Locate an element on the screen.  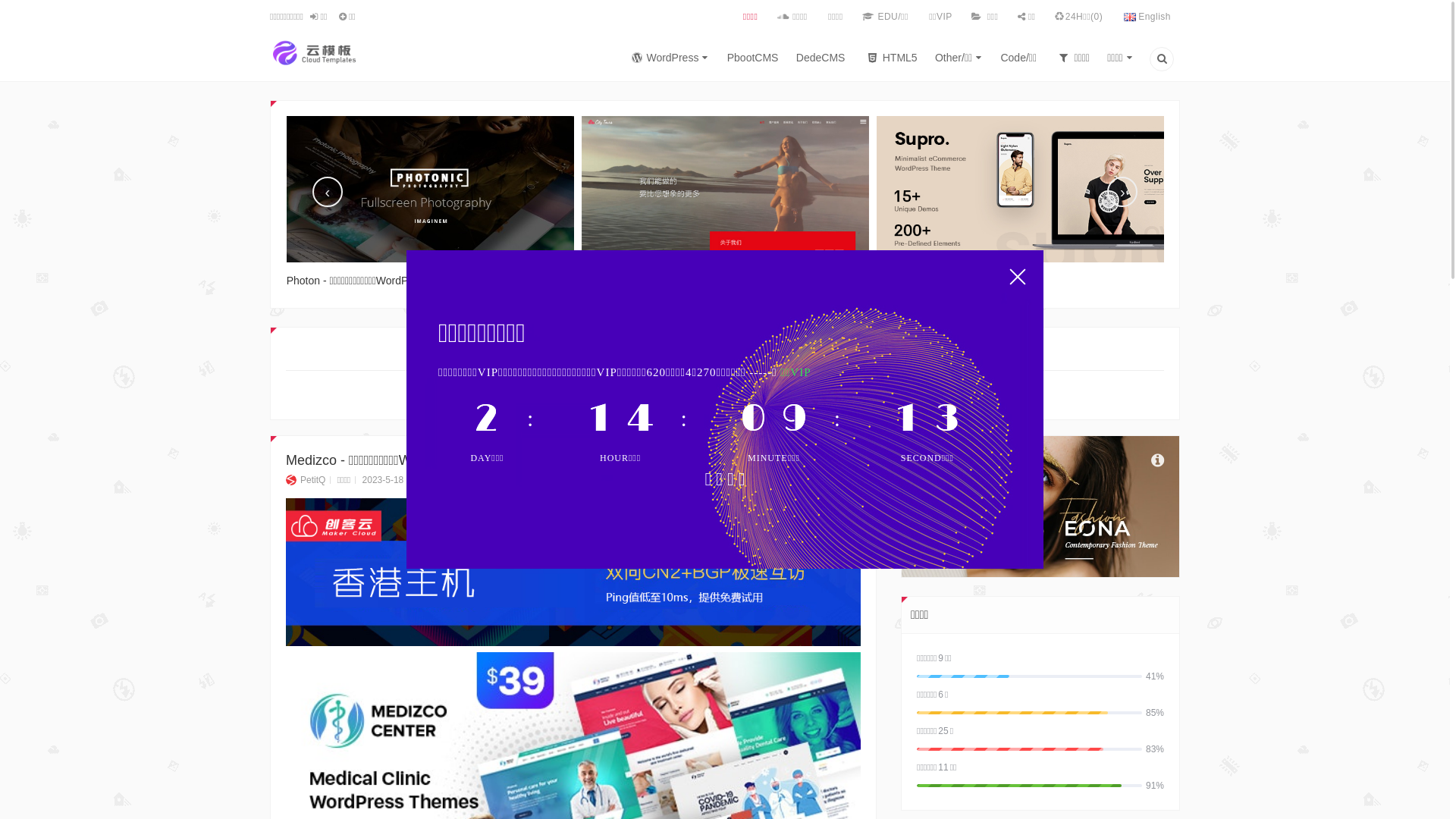
'English' is located at coordinates (1147, 17).